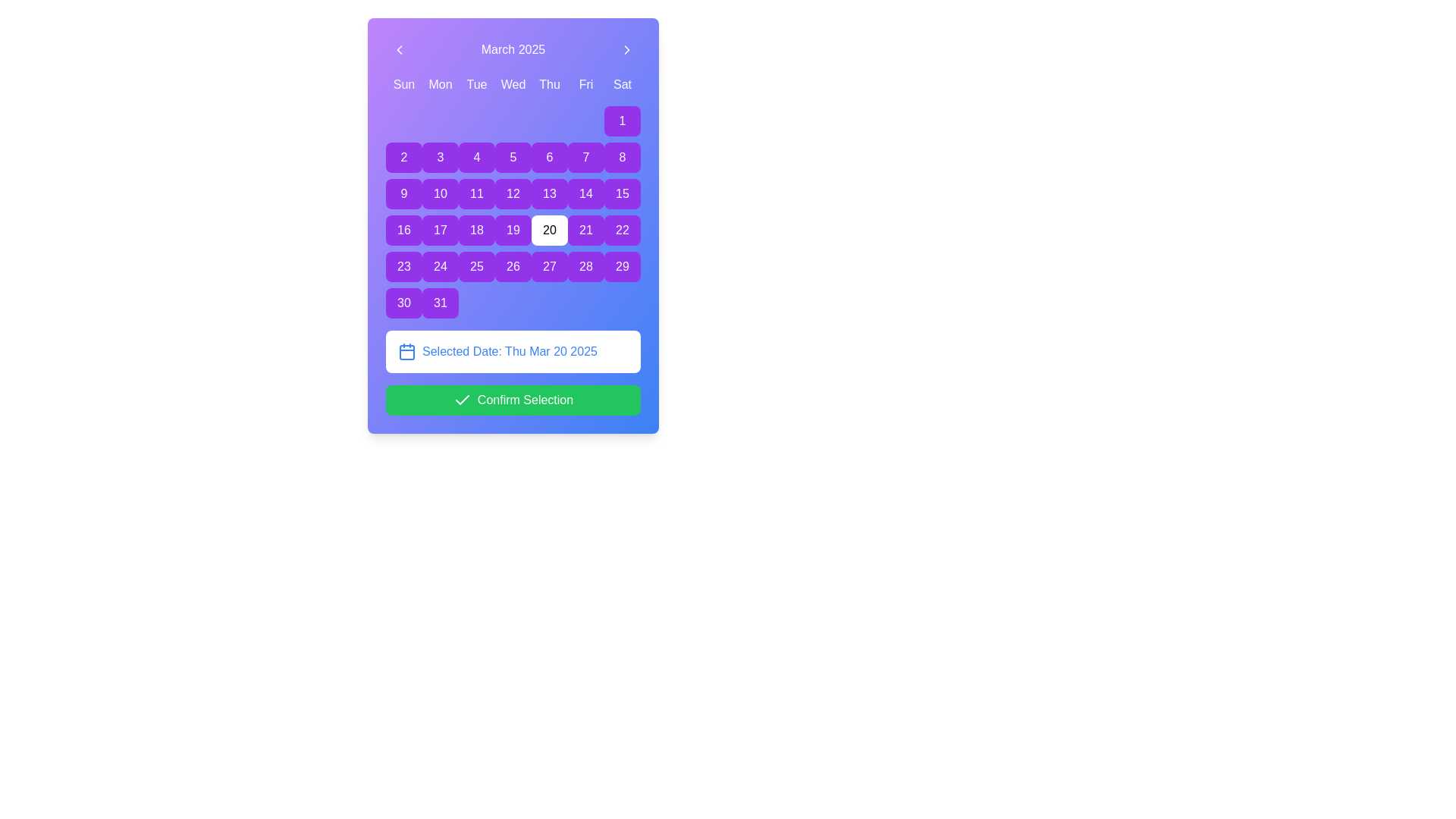 The image size is (1456, 819). What do you see at coordinates (475, 265) in the screenshot?
I see `the calendar button that represents the selectable day '25' located in the sixth row and third column of the grid layout to observe the hover effect` at bounding box center [475, 265].